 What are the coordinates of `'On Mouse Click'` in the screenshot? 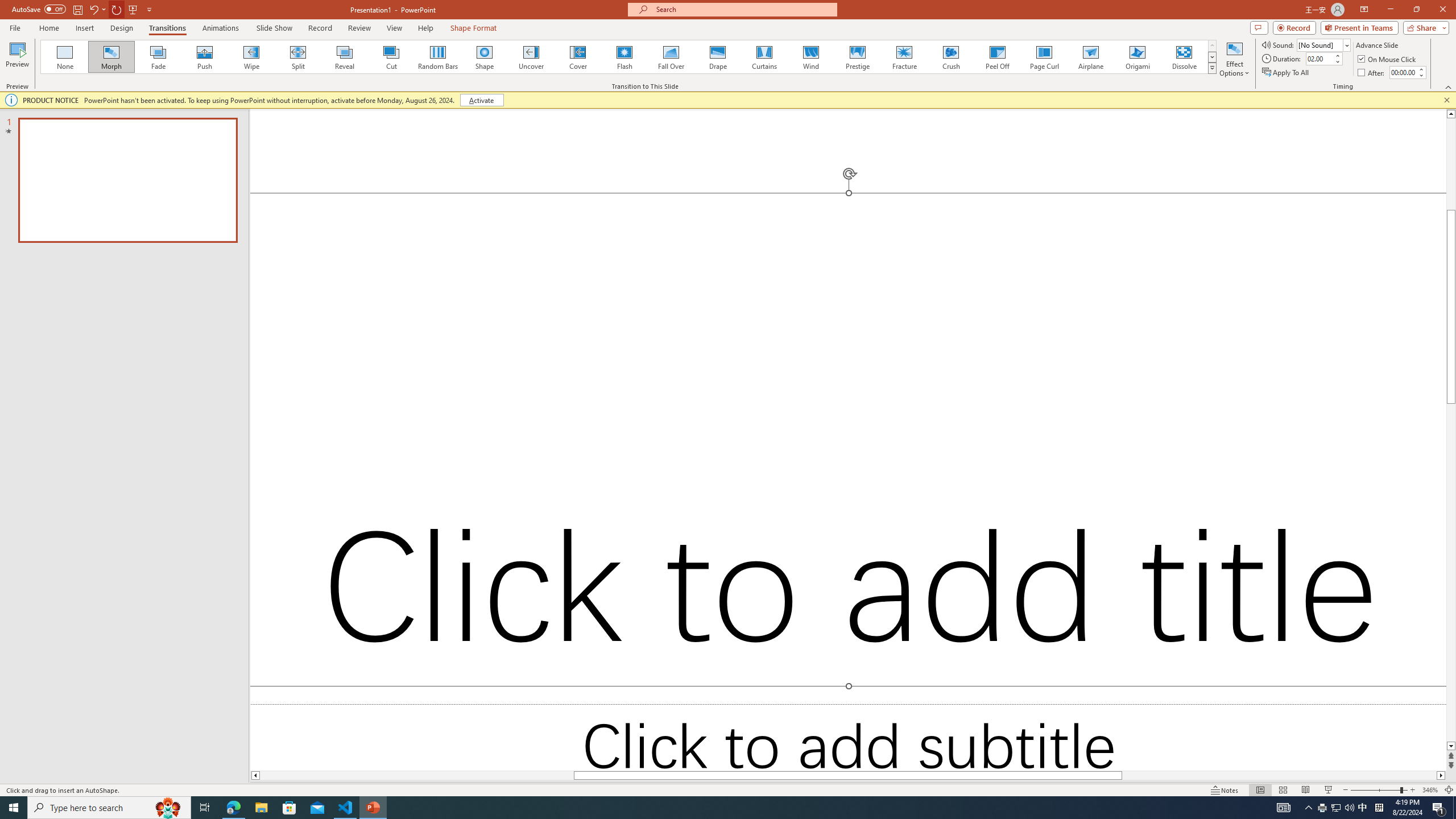 It's located at (1387, 59).